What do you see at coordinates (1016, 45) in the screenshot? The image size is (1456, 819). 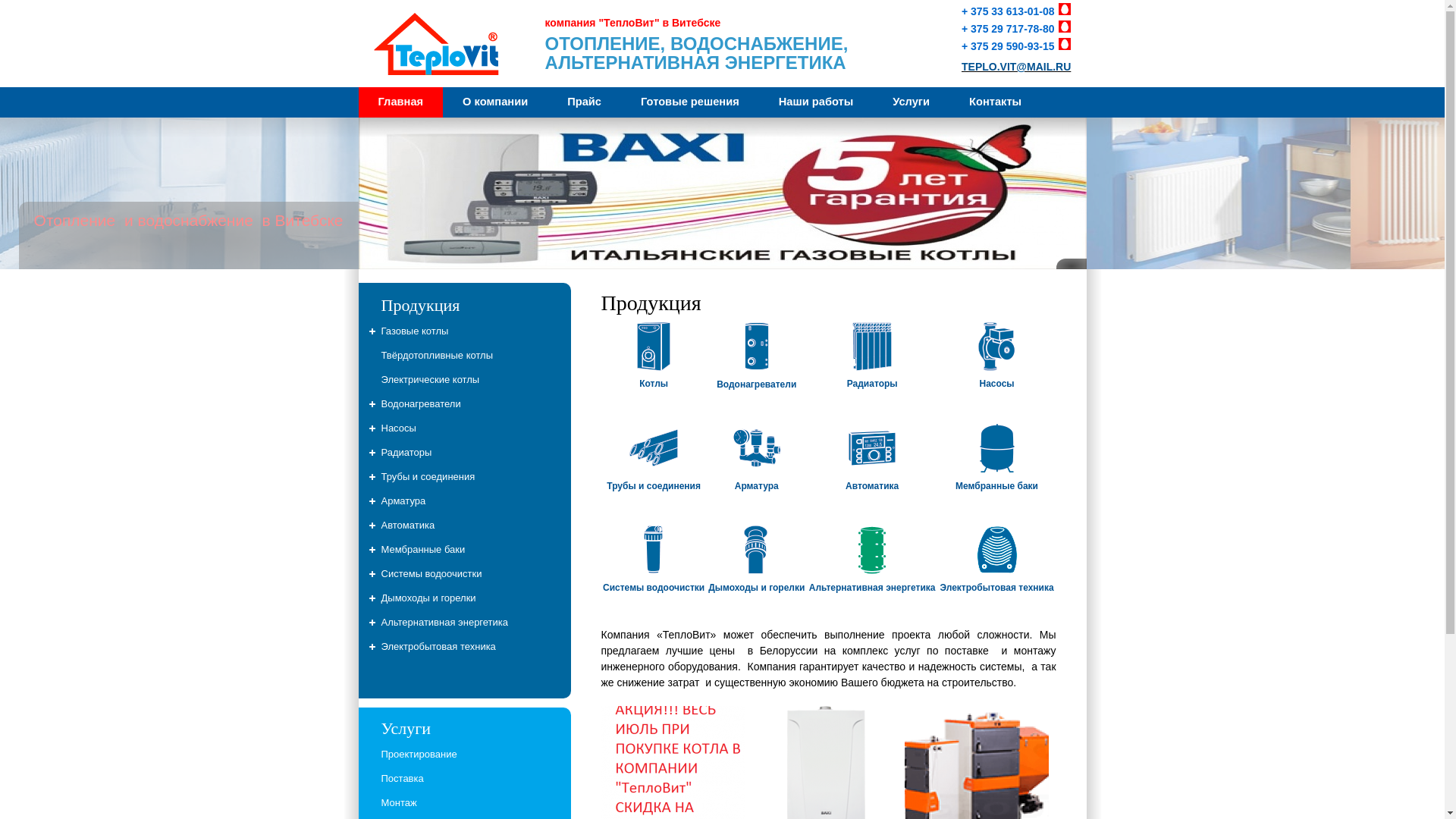 I see `'+ 375 29 590-93-15 '` at bounding box center [1016, 45].